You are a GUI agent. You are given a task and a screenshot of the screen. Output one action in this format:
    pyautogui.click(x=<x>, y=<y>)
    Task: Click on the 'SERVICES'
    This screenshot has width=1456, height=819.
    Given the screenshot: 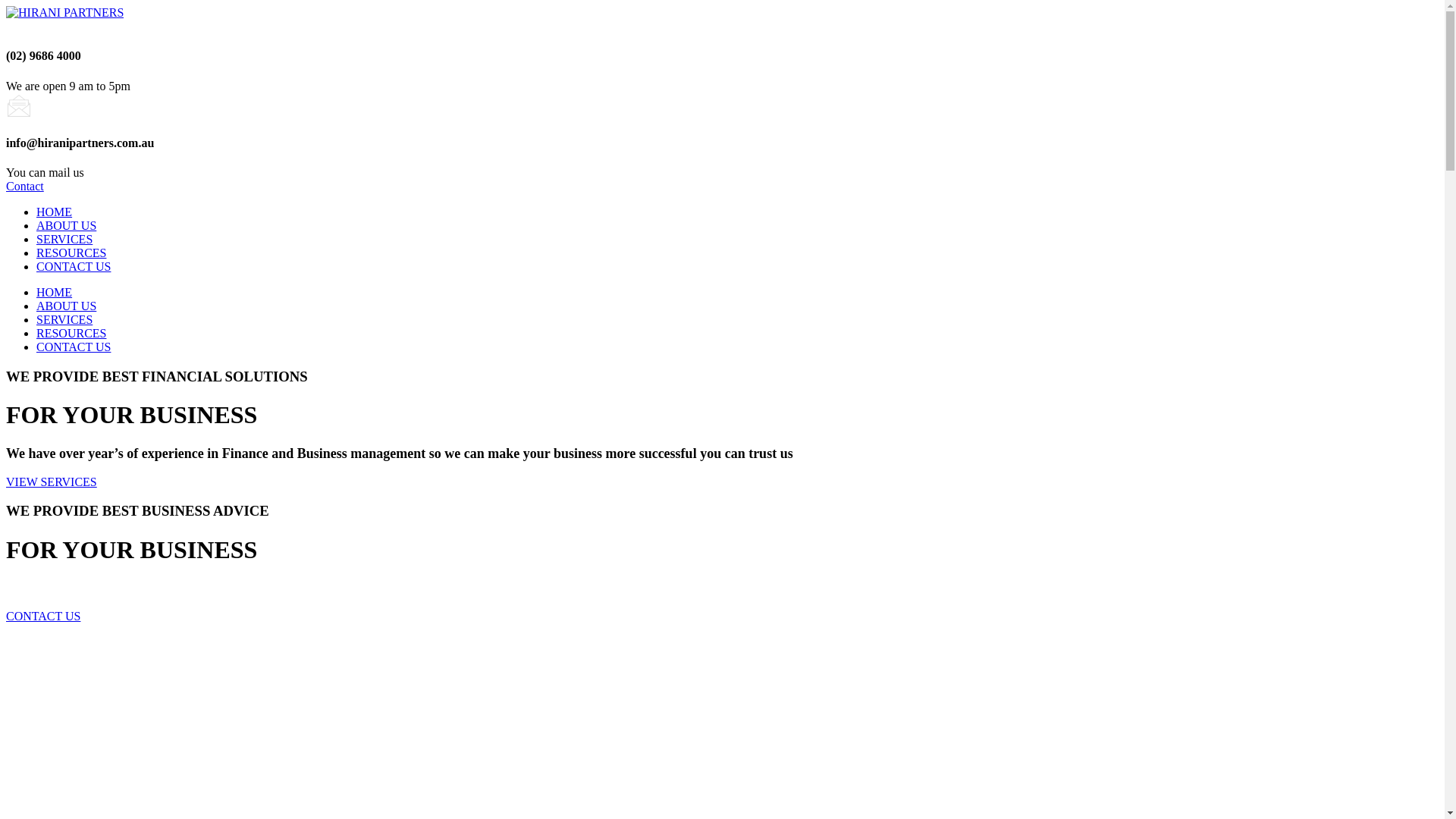 What is the action you would take?
    pyautogui.click(x=64, y=318)
    